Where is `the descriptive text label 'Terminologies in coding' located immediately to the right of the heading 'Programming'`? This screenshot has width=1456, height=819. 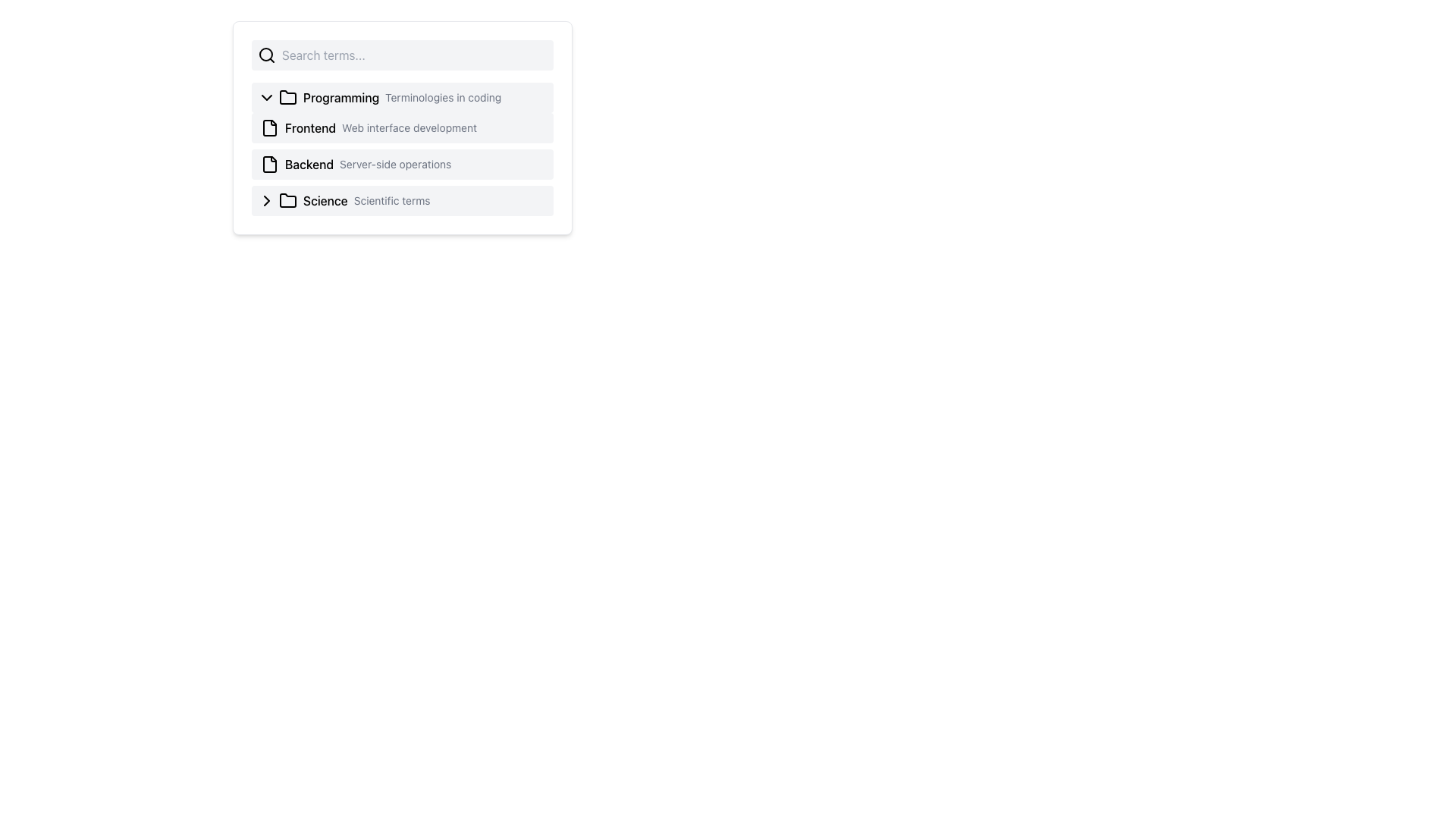 the descriptive text label 'Terminologies in coding' located immediately to the right of the heading 'Programming' is located at coordinates (442, 97).